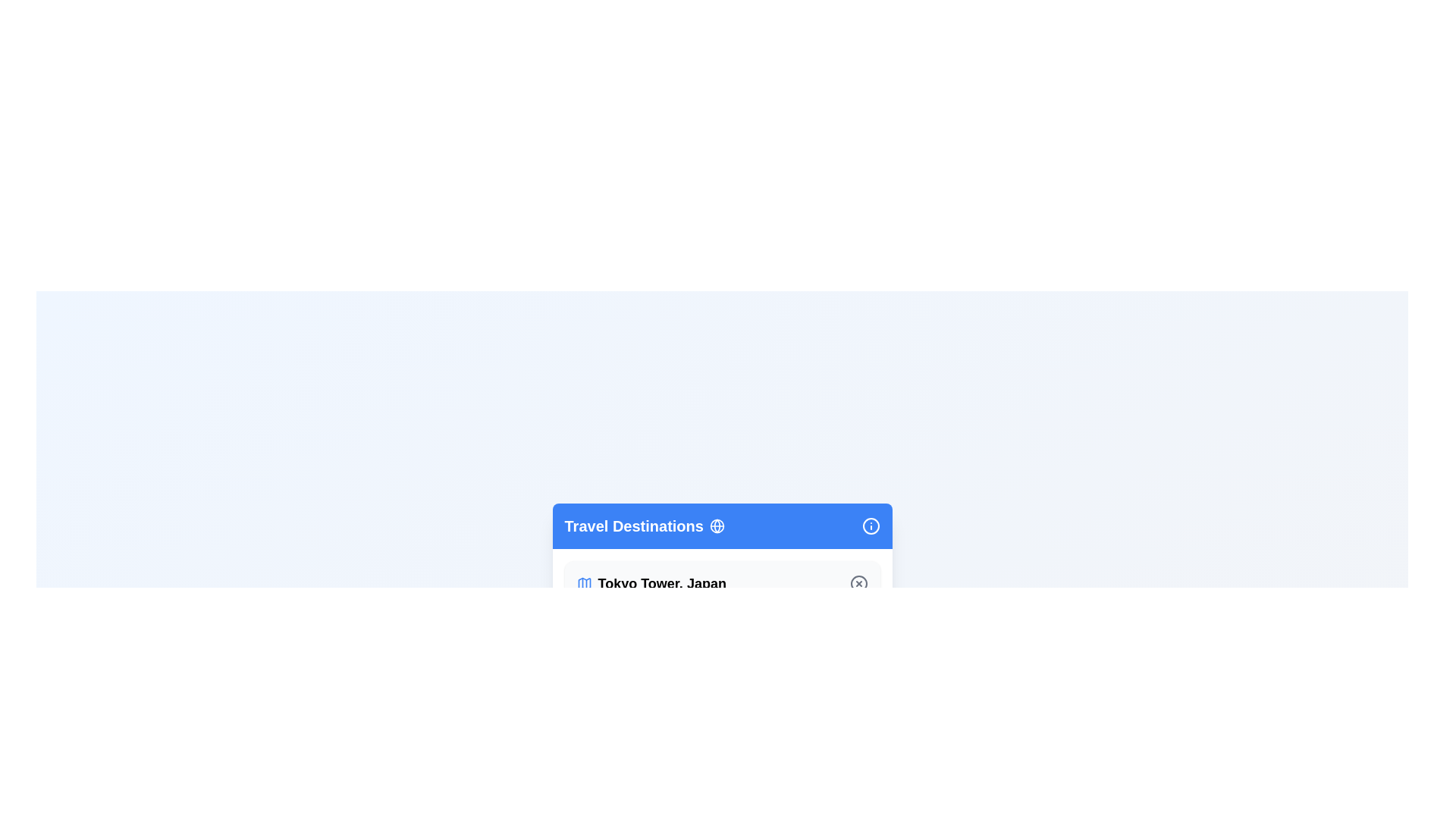  Describe the element at coordinates (721, 526) in the screenshot. I see `the header bar that serves as a title for travel destinations` at that location.